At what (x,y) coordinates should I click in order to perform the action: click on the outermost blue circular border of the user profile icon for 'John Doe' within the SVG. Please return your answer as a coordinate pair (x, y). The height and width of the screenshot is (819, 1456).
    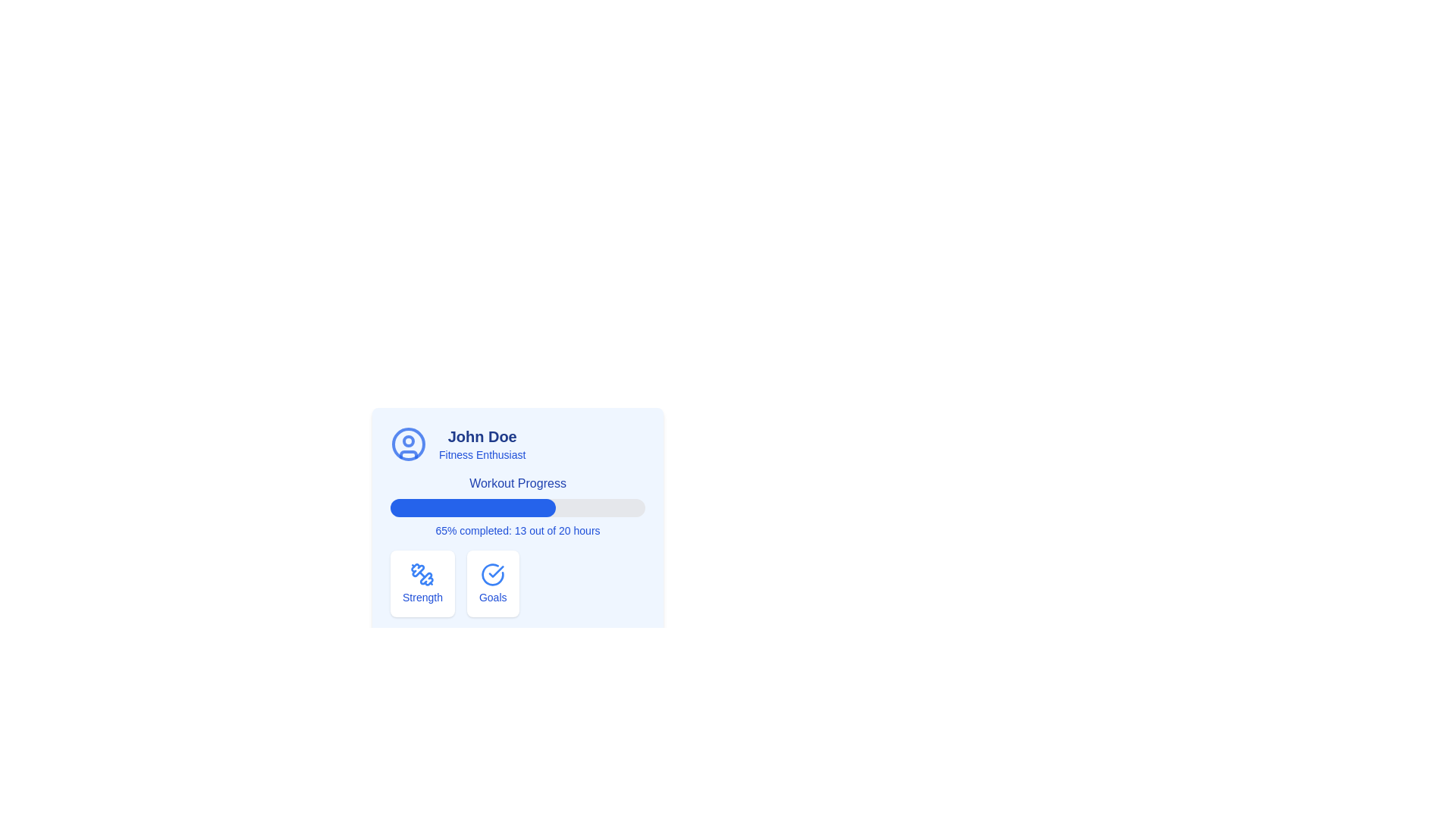
    Looking at the image, I should click on (408, 444).